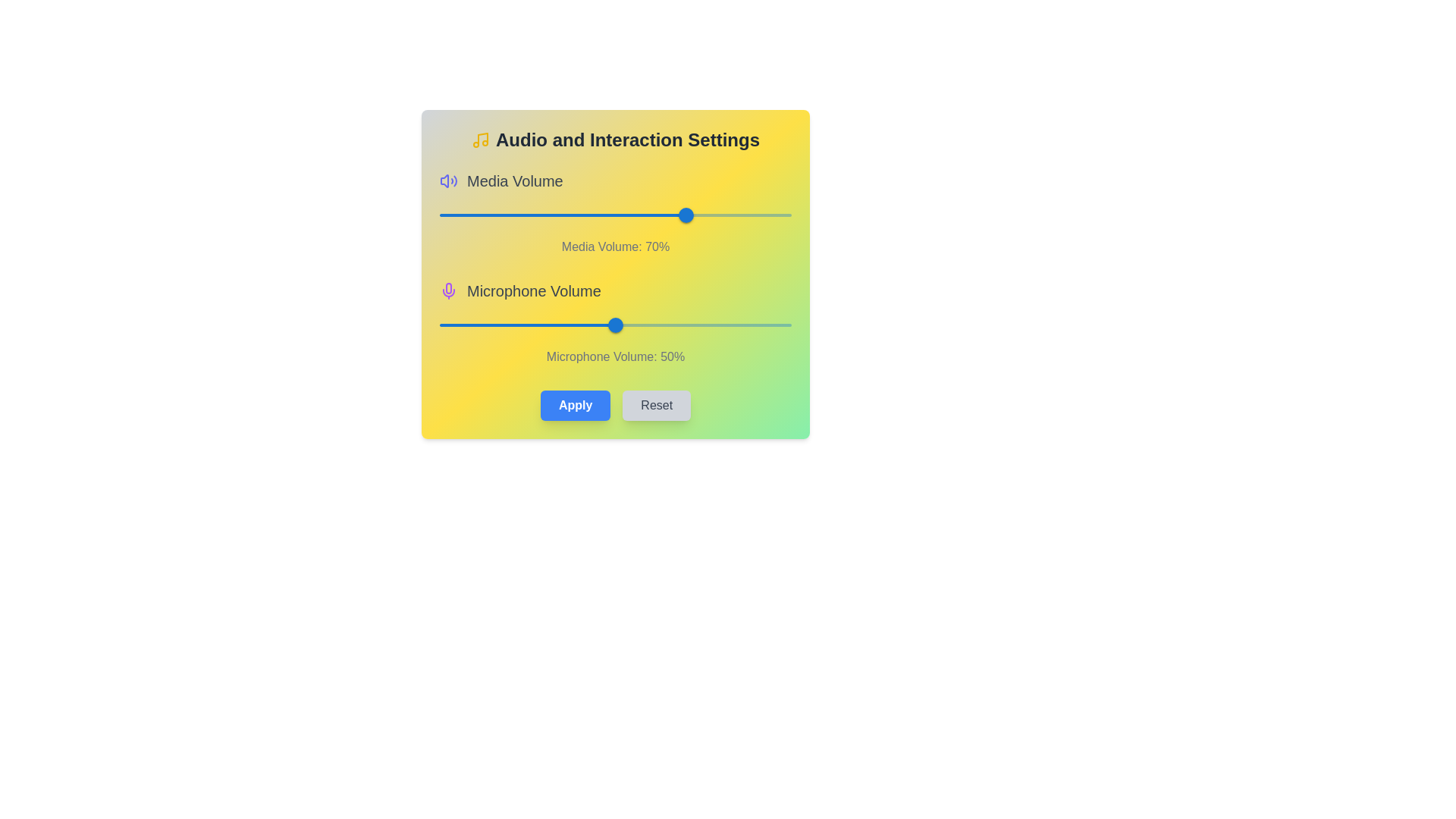 Image resolution: width=1456 pixels, height=819 pixels. What do you see at coordinates (460, 215) in the screenshot?
I see `the slider value` at bounding box center [460, 215].